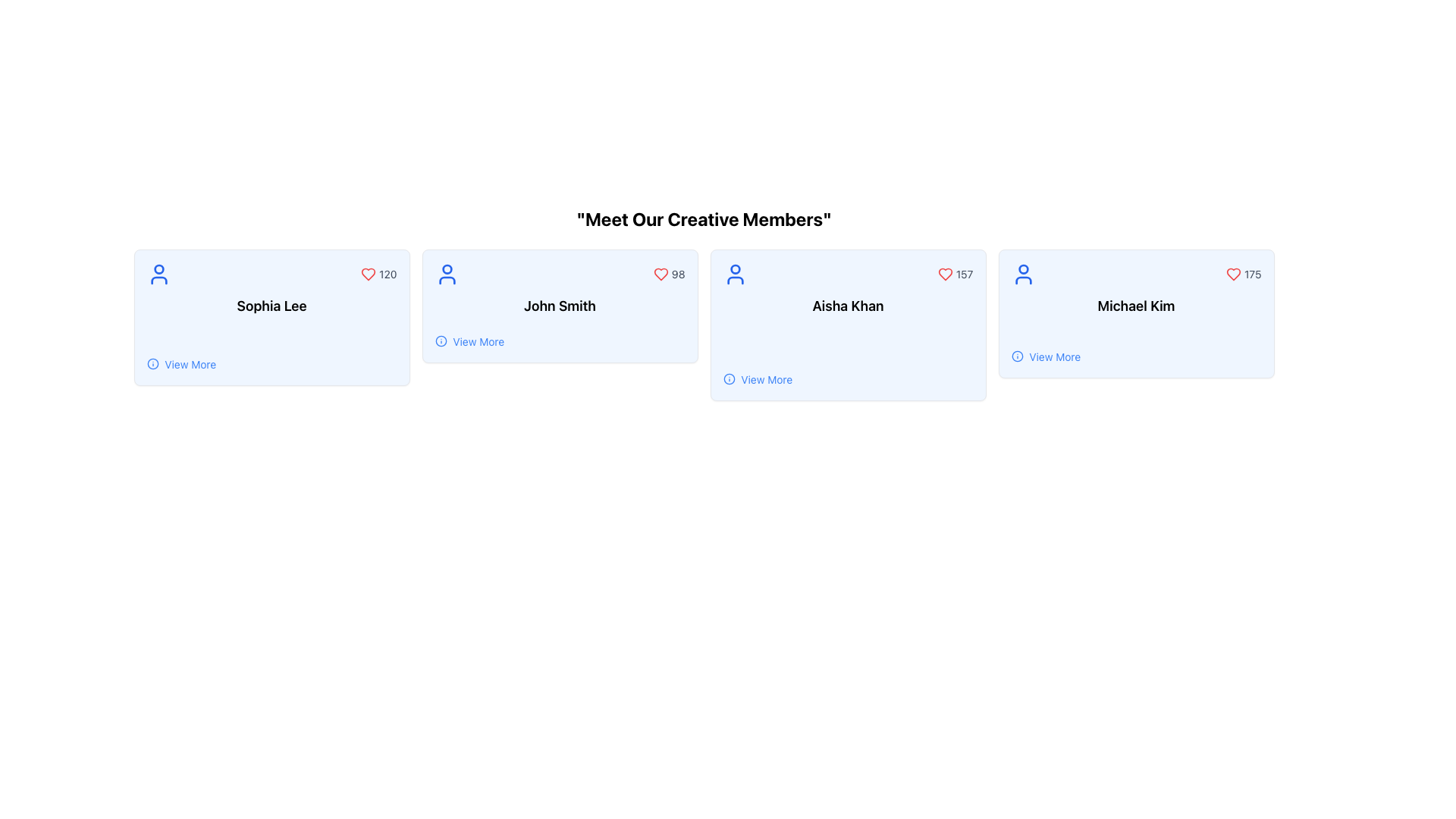 The height and width of the screenshot is (819, 1456). What do you see at coordinates (1234, 275) in the screenshot?
I see `the heart icon in the top-right corner of Michael Kim's card to indicate a like` at bounding box center [1234, 275].